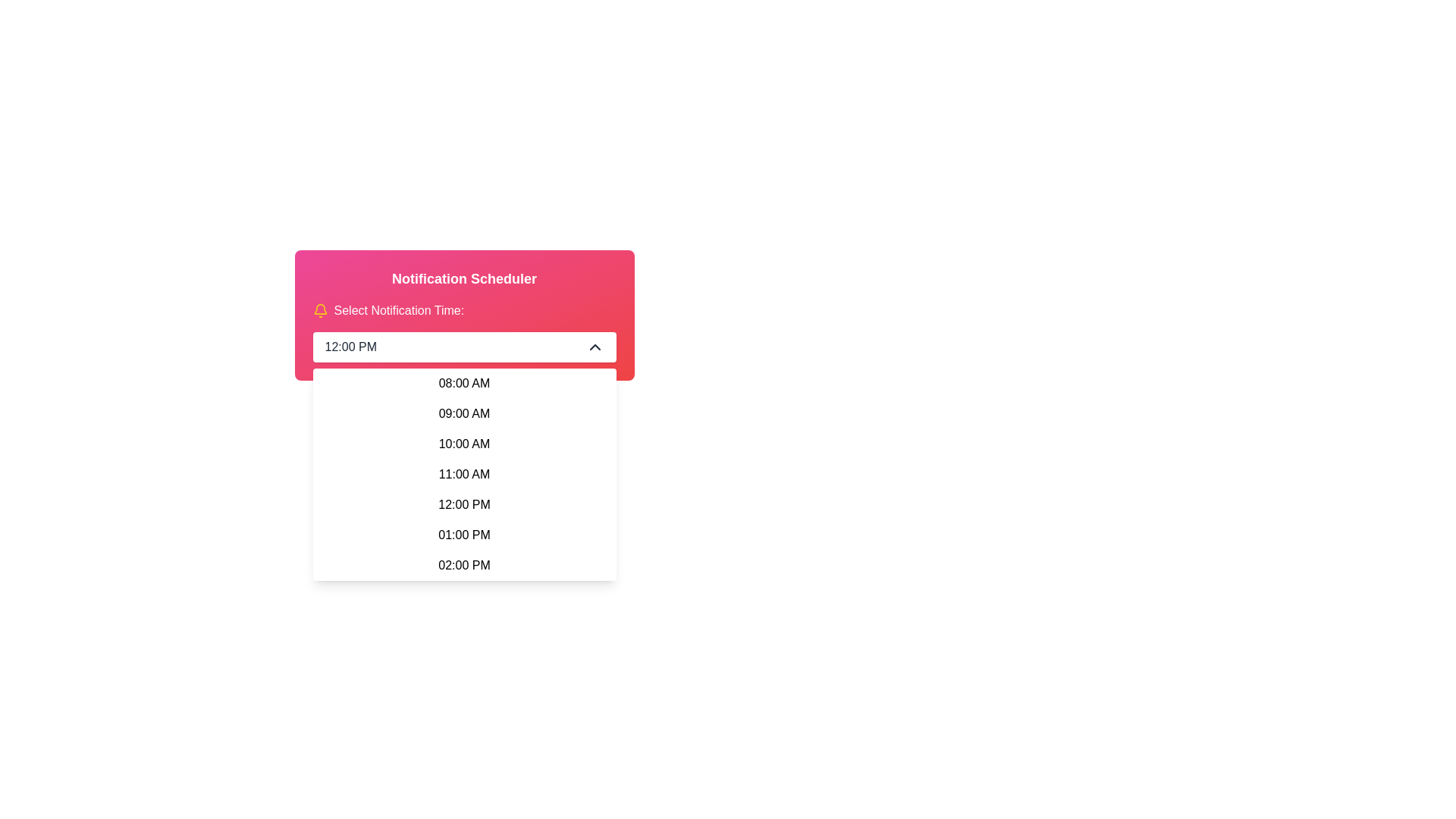  What do you see at coordinates (319, 308) in the screenshot?
I see `the vibrant yellow bell-shaped icon labeled 'lucide-bell' at the top-left corner of the notification scheduler interface` at bounding box center [319, 308].